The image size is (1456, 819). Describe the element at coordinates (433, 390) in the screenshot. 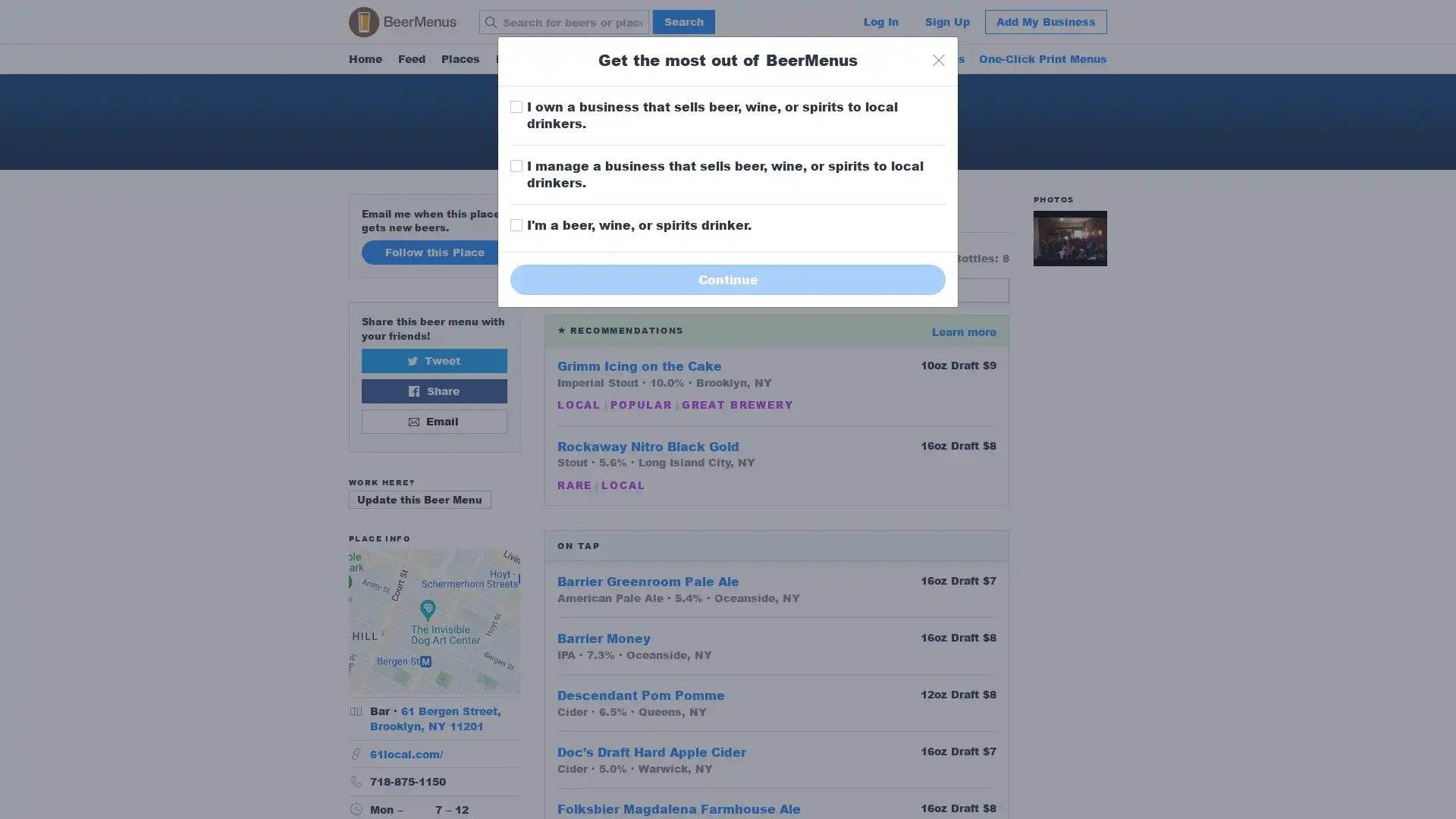

I see `Share` at that location.